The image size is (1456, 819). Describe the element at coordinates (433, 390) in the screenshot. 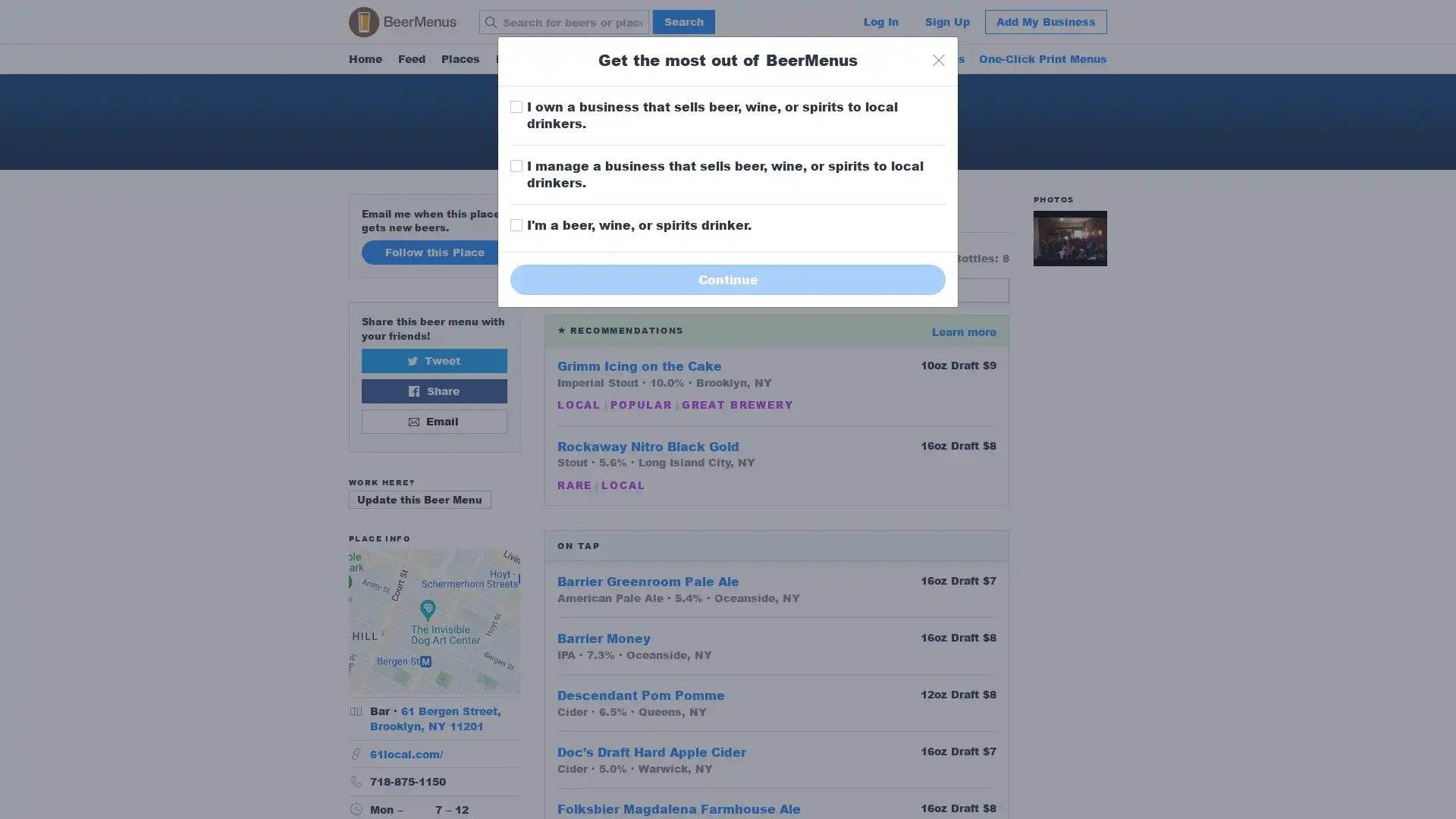

I see `Share` at that location.